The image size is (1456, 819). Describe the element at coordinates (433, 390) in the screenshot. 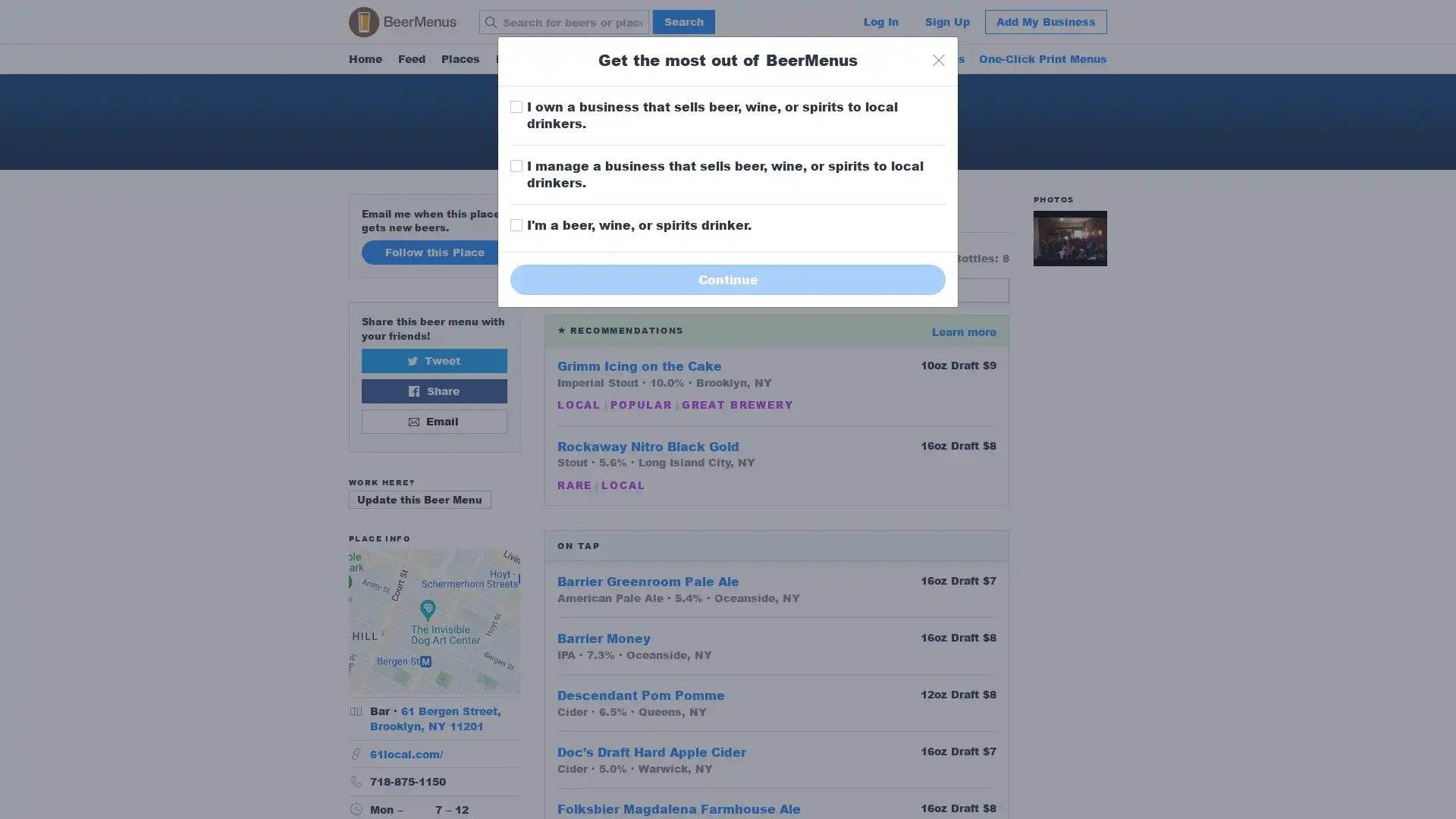

I see `Share` at that location.